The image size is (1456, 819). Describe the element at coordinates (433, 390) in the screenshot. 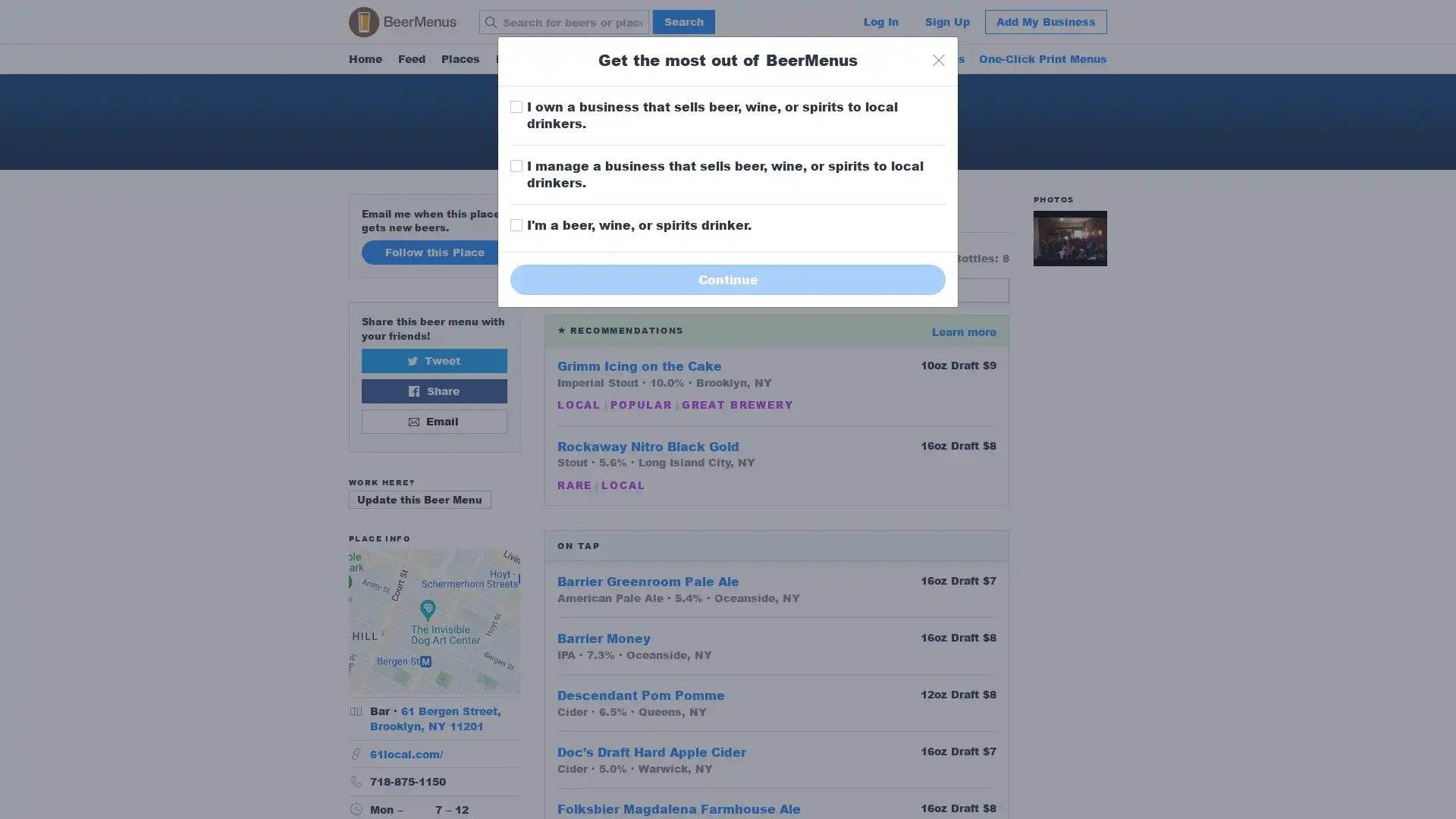

I see `Share` at that location.